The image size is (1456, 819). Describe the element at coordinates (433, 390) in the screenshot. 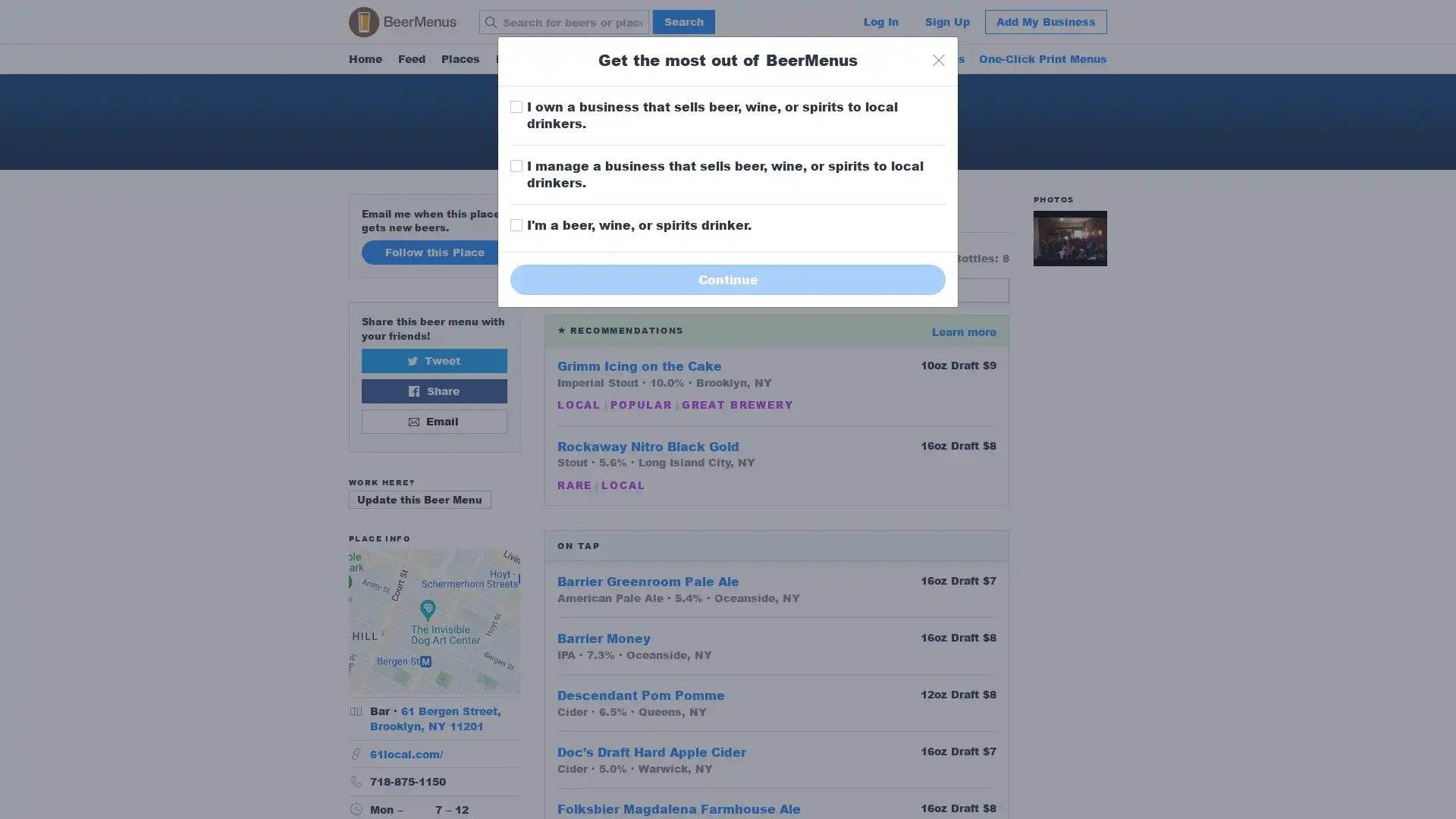

I see `Share` at that location.